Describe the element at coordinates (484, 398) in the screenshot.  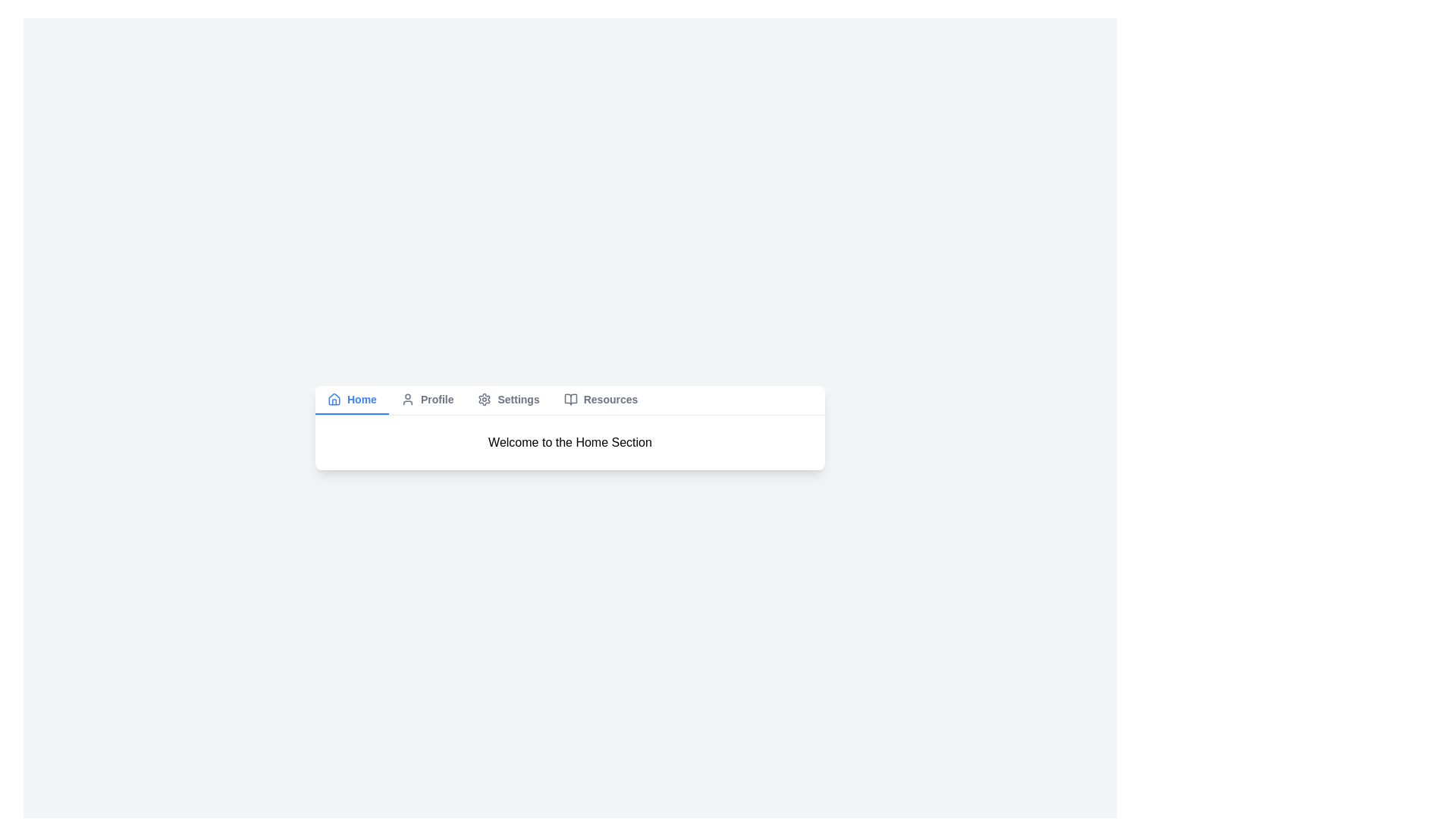
I see `the gear-shaped component of the settings icon located in the navigation bar` at that location.